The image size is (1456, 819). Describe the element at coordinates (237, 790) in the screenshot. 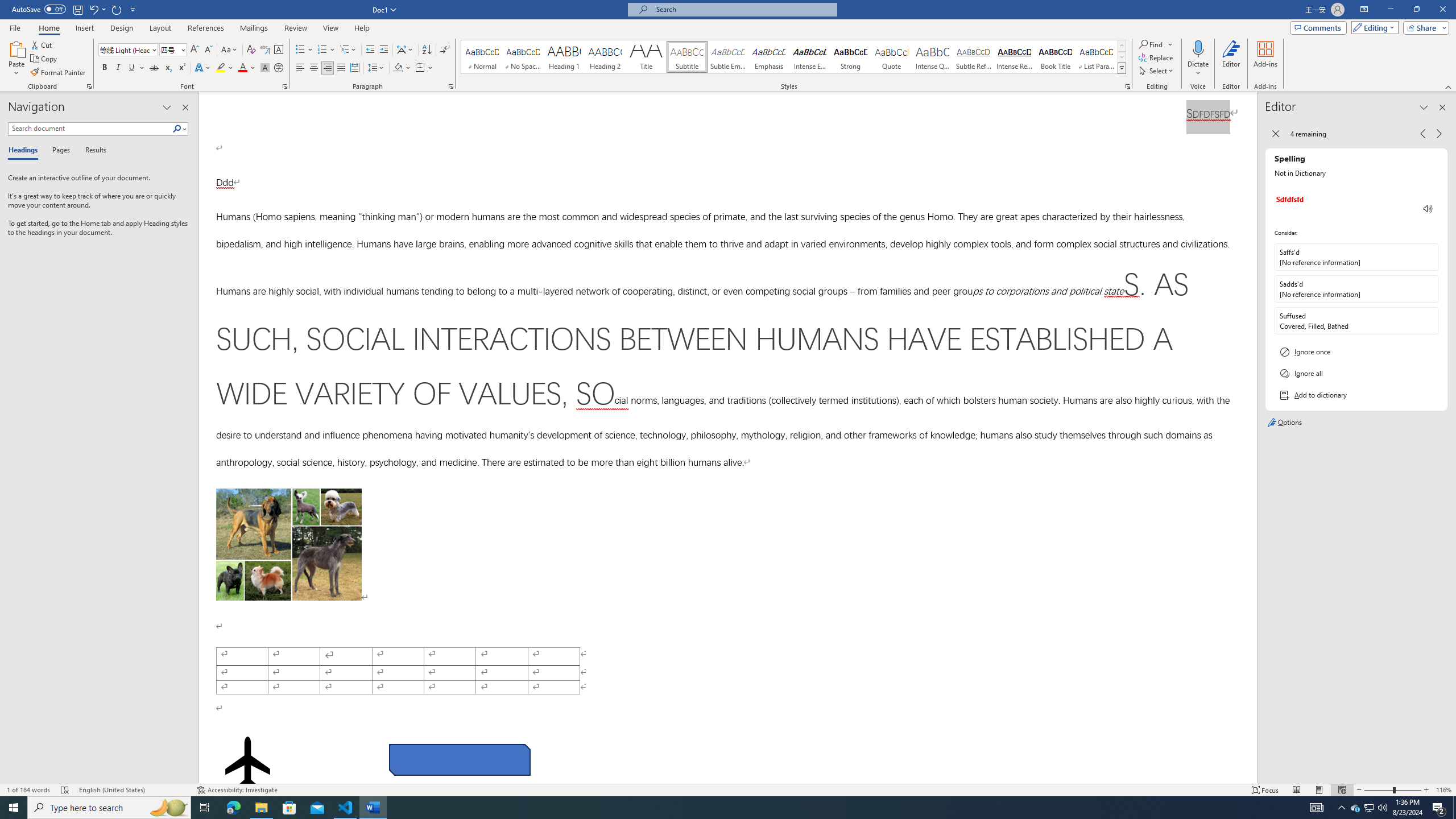

I see `'Accessibility Checker Accessibility: Investigate'` at that location.